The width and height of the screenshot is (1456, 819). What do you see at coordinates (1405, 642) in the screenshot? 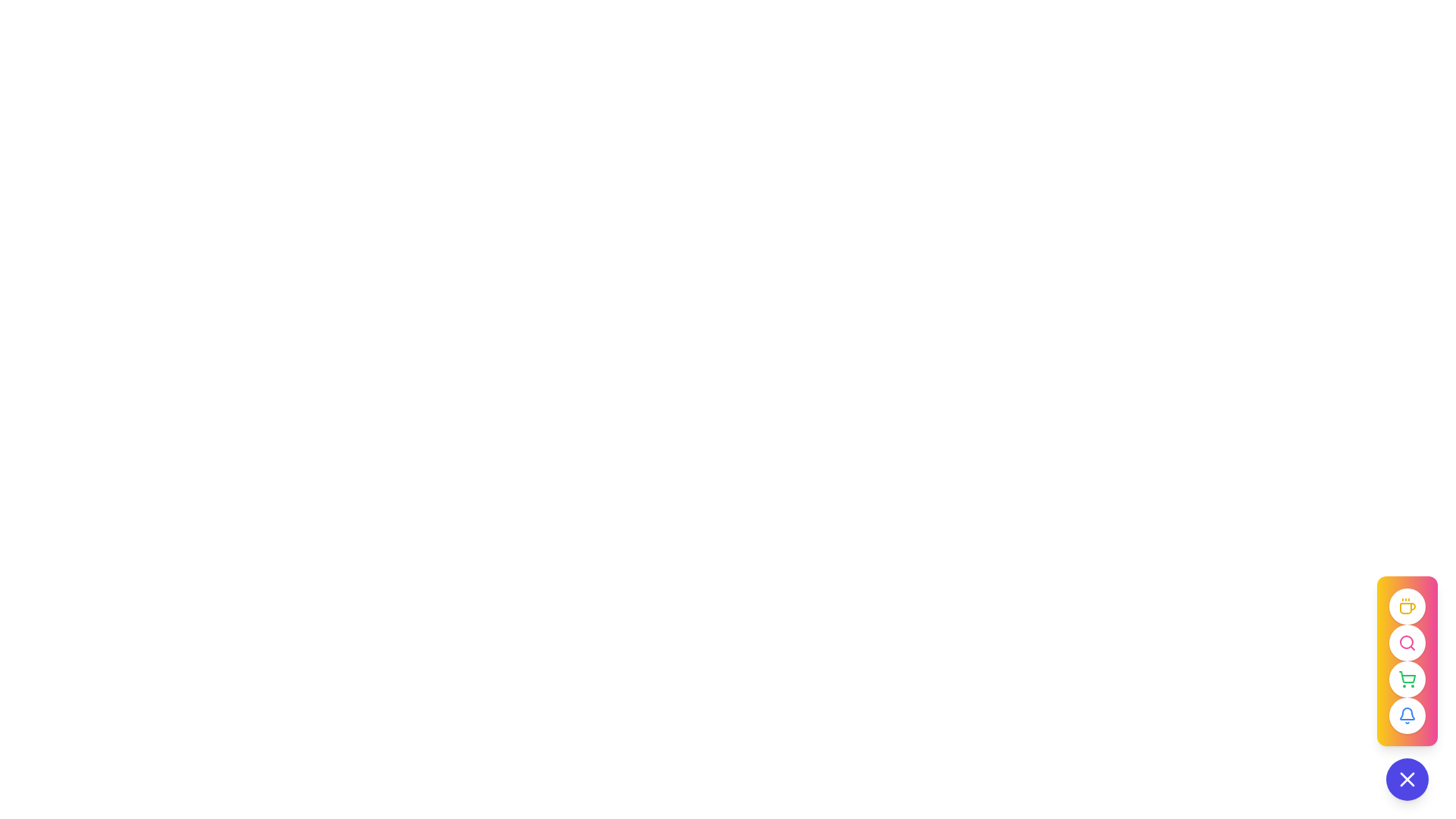
I see `the circular SVG element that serves as a visual feedback indicator, located in the second position from the top of the vertical toolbar` at bounding box center [1405, 642].